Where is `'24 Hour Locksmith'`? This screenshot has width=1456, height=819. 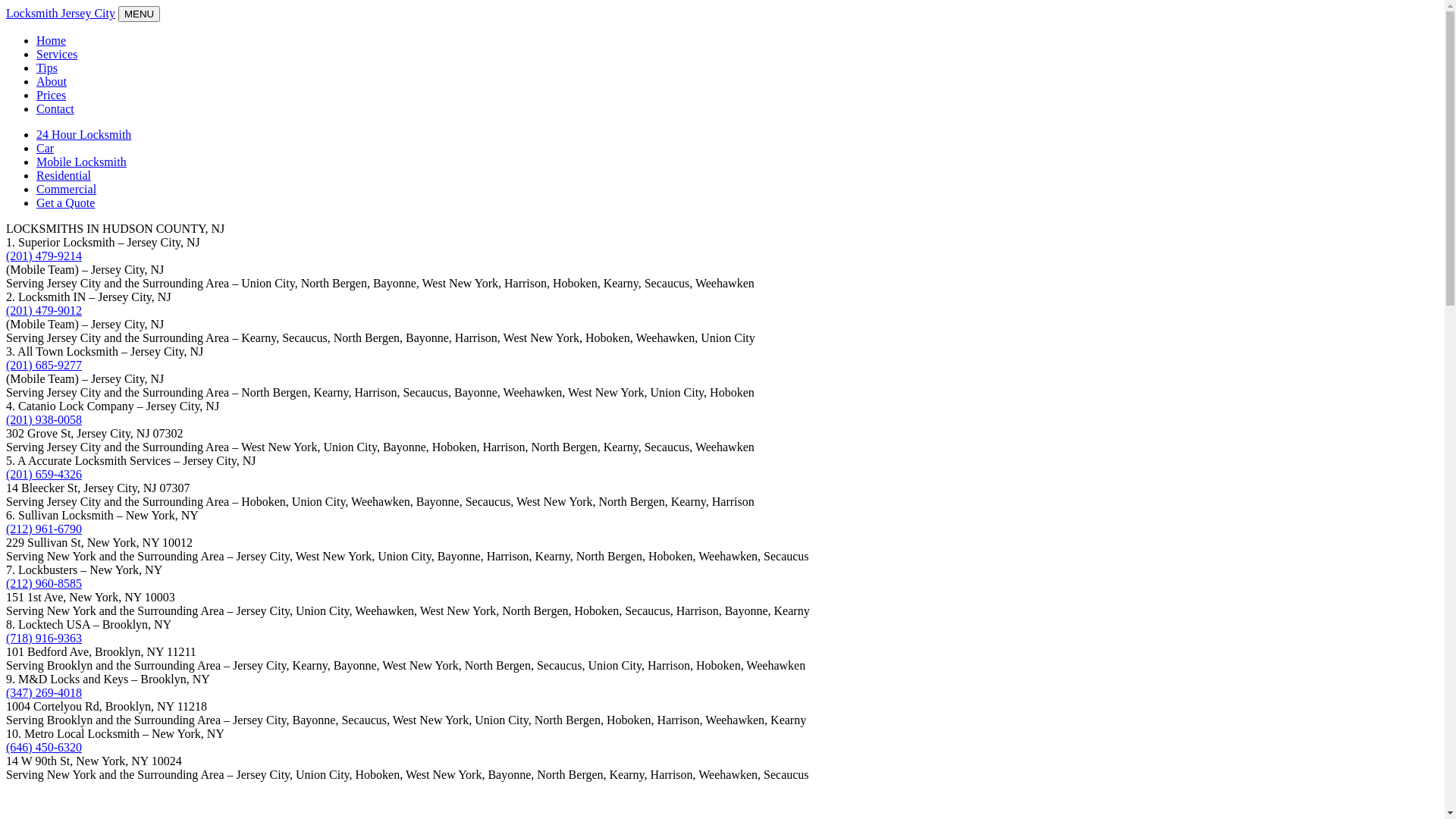 '24 Hour Locksmith' is located at coordinates (83, 133).